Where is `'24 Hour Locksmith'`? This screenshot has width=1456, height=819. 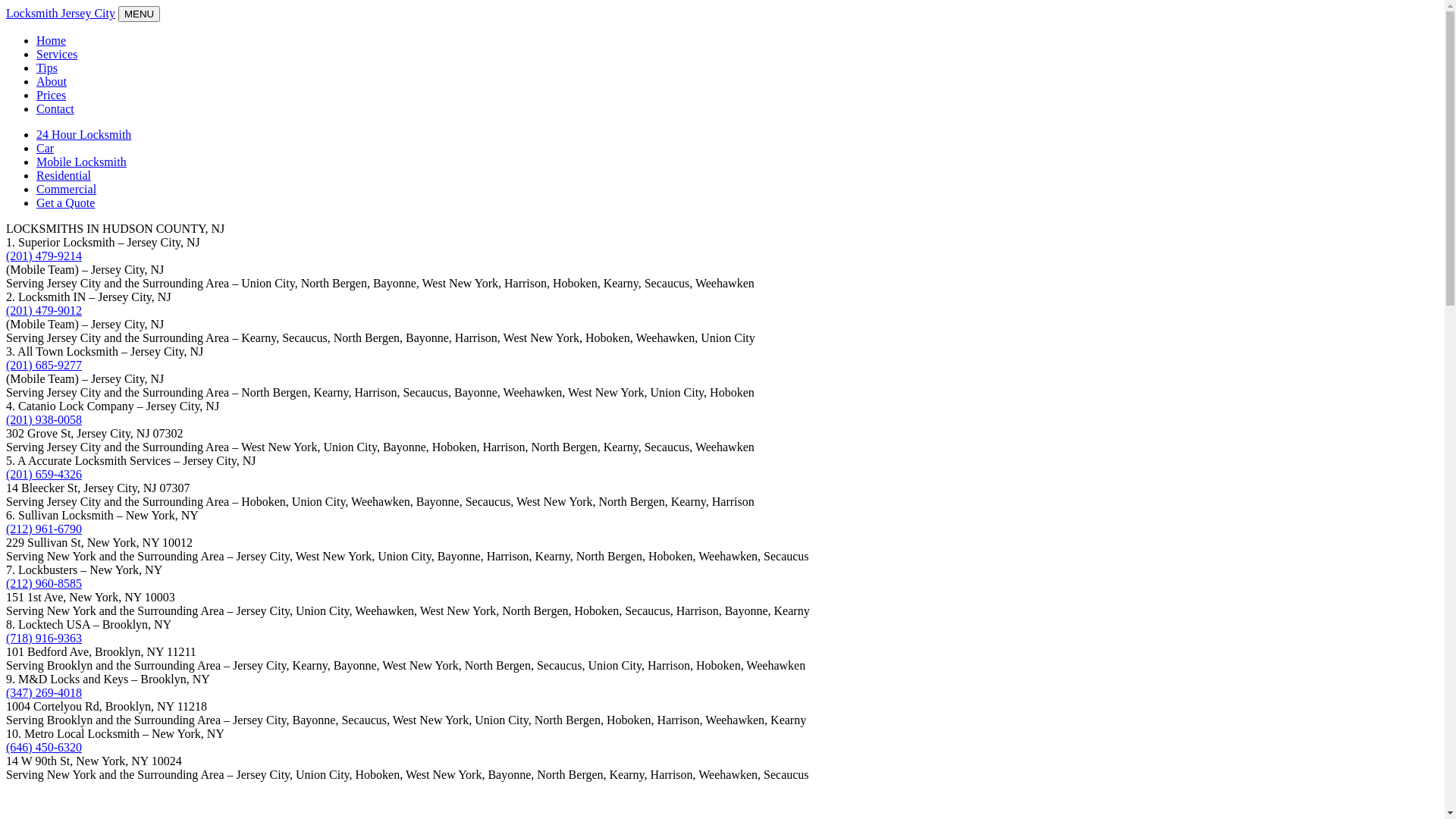 '24 Hour Locksmith' is located at coordinates (83, 133).